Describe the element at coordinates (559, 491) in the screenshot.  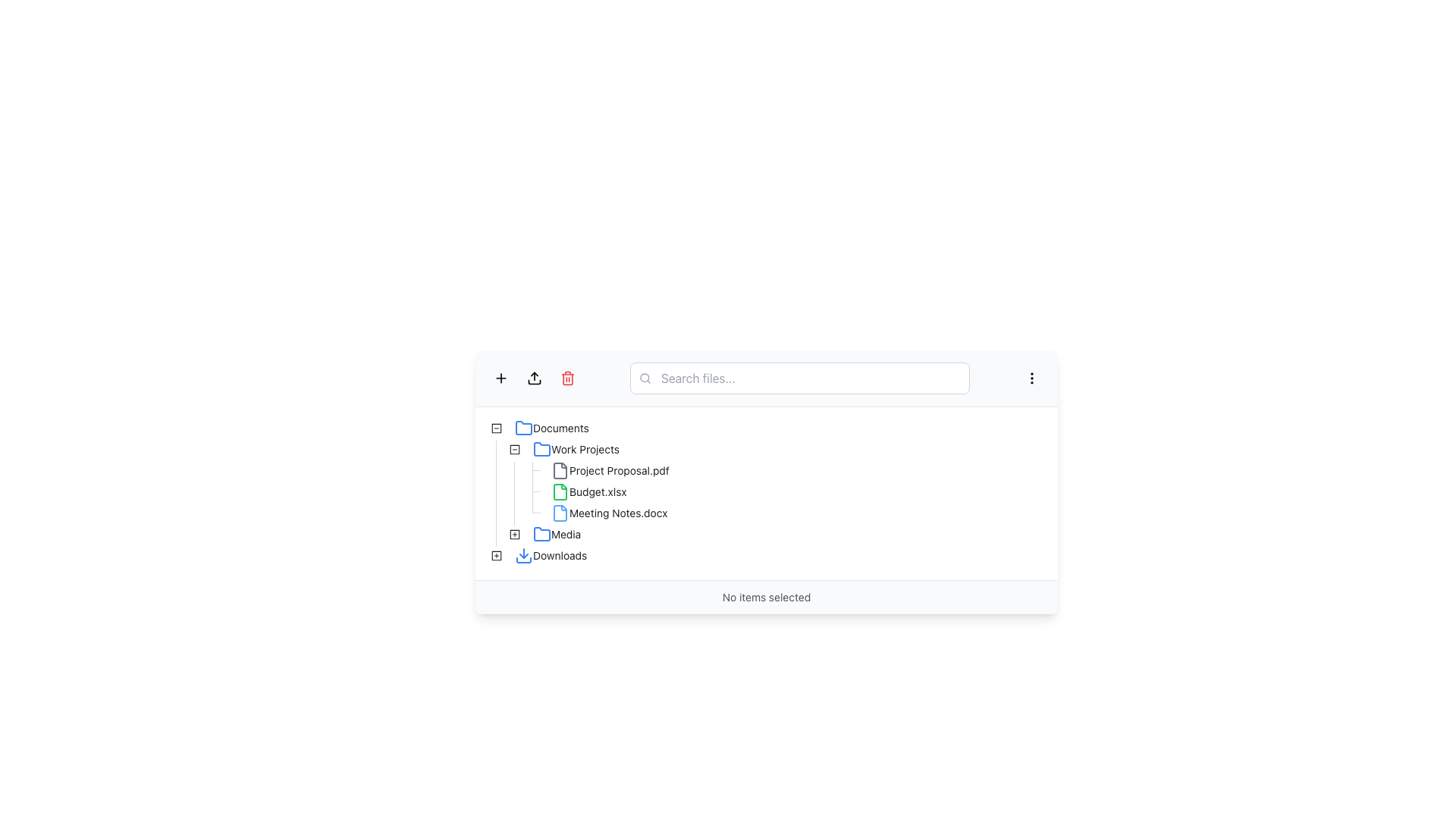
I see `the 'Budget.xlsx' file node in the tree view` at that location.